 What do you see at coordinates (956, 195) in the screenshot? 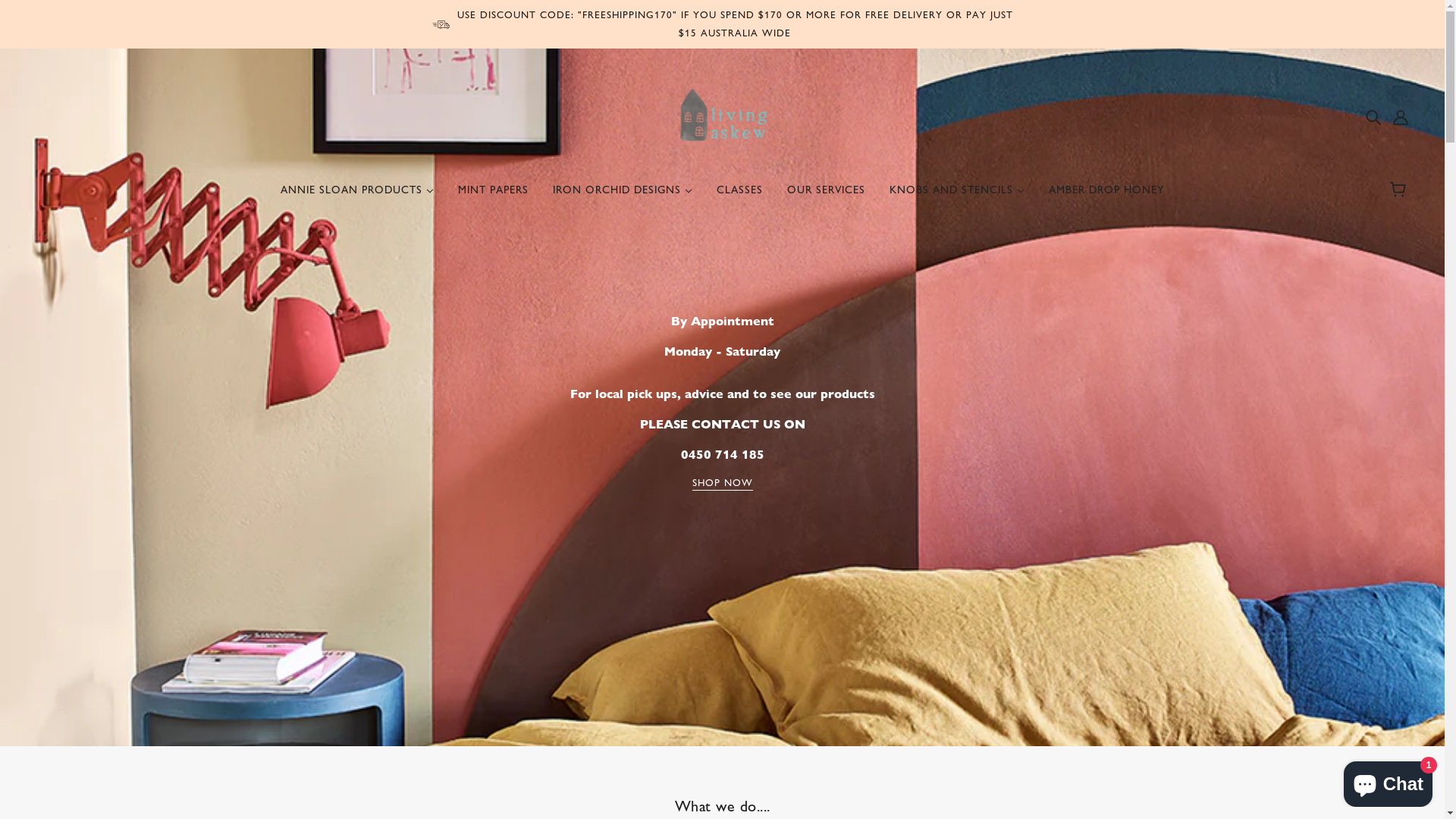
I see `'KNOBS AND STENCILS'` at bounding box center [956, 195].